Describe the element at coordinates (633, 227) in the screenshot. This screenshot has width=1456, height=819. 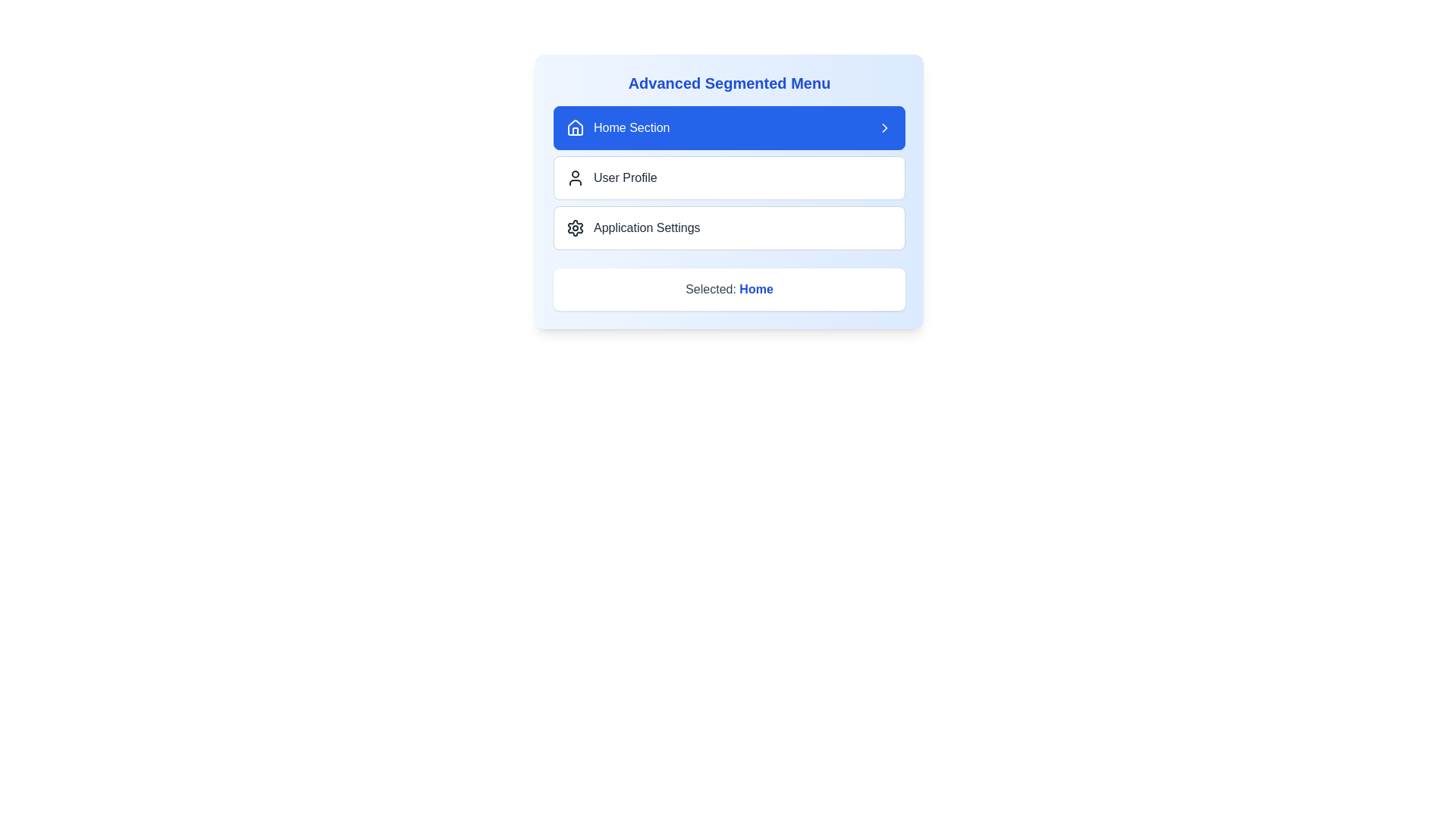
I see `the Menu item labeled 'Application Settings' which consists of a gear icon followed by the text, located in the segmented menu between 'User Profile' and 'Selected: Home'` at that location.